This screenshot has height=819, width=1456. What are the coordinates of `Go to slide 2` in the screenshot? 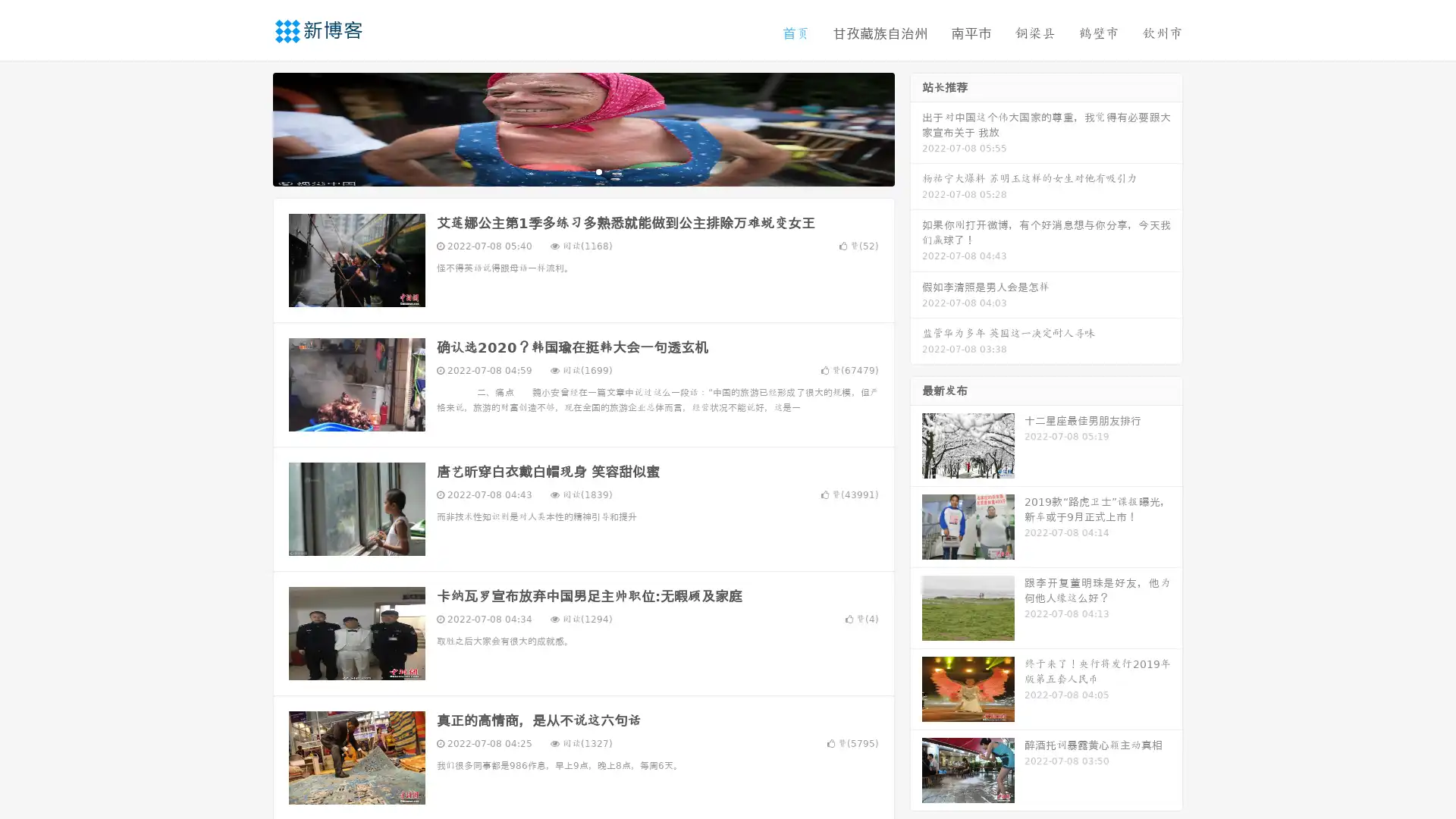 It's located at (582, 171).